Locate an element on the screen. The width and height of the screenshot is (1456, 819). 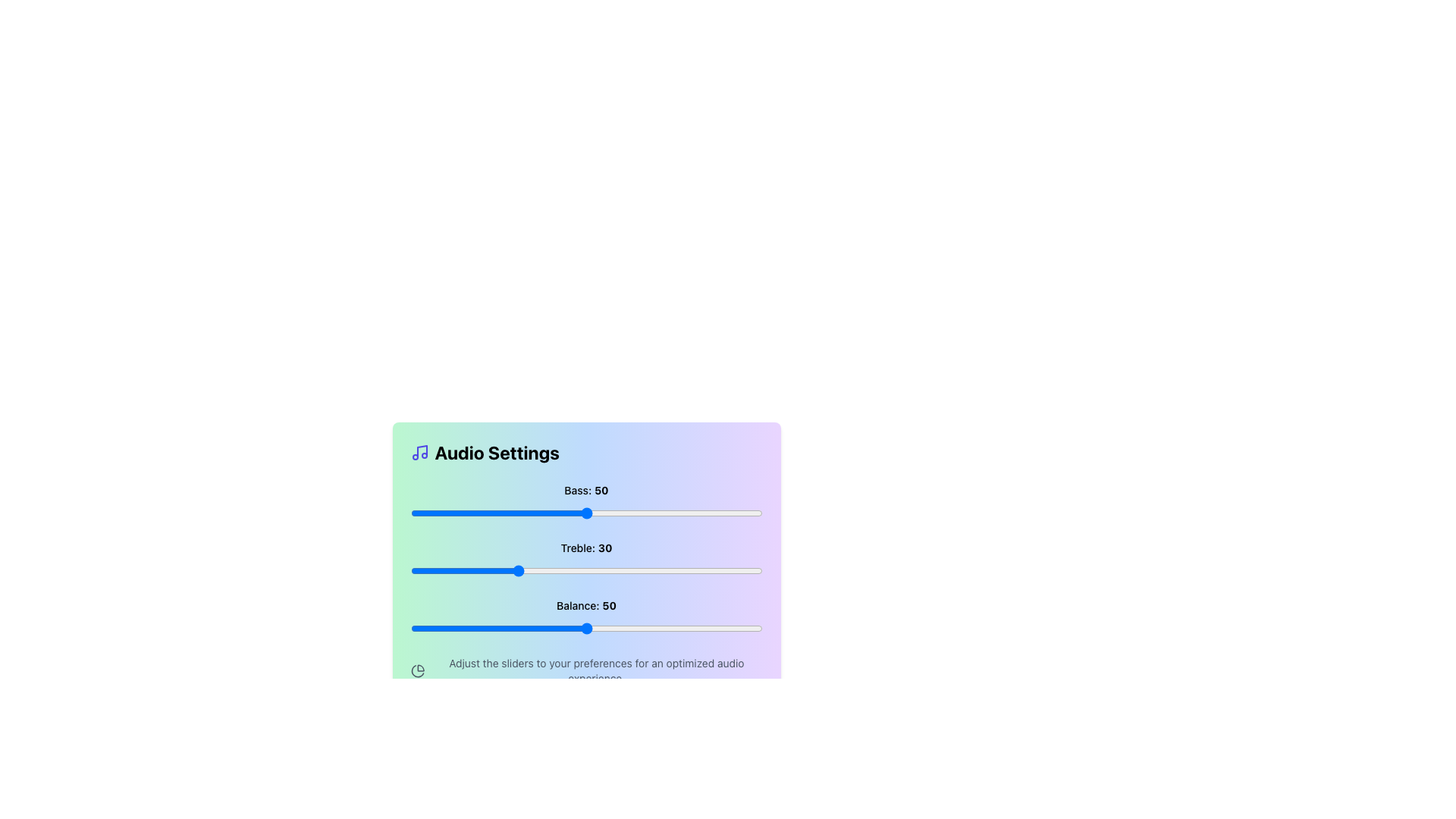
the bass is located at coordinates (592, 513).